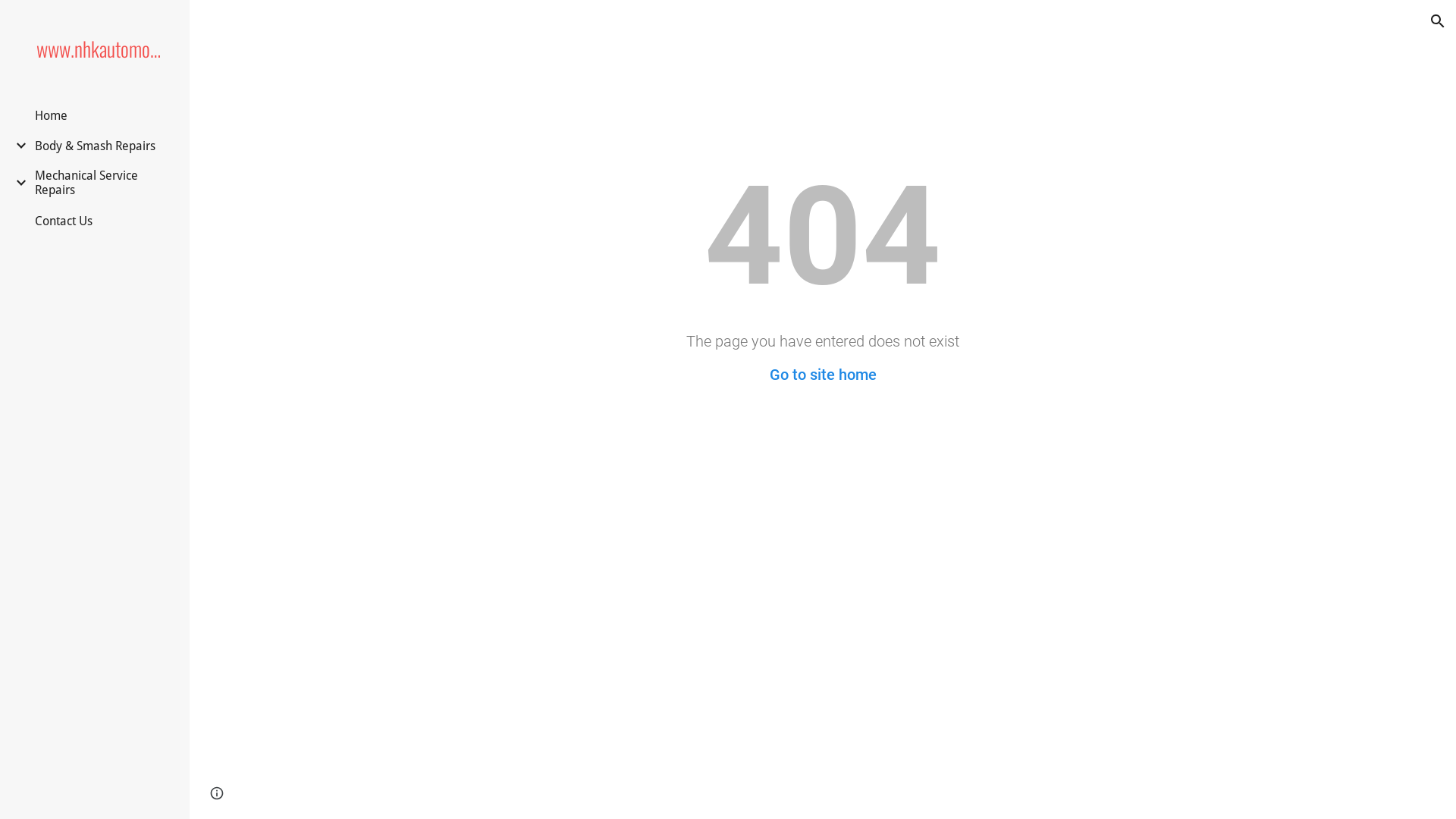 This screenshot has height=819, width=1456. What do you see at coordinates (62, 221) in the screenshot?
I see `'Contact Us'` at bounding box center [62, 221].